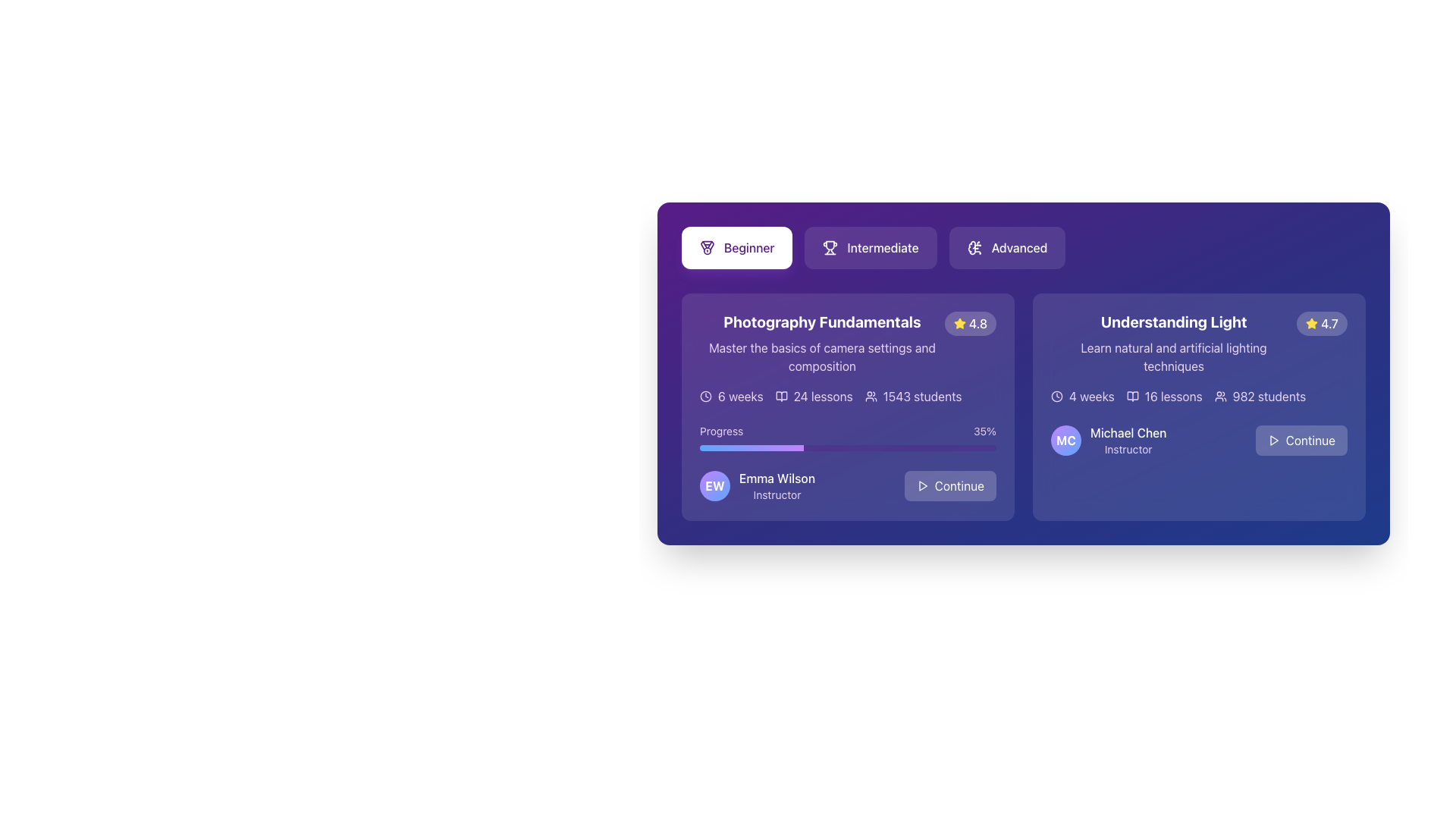  What do you see at coordinates (1311, 323) in the screenshot?
I see `the rating star icon located in the upper-right card, which is positioned directly to the left of the numeric text '4.7'` at bounding box center [1311, 323].